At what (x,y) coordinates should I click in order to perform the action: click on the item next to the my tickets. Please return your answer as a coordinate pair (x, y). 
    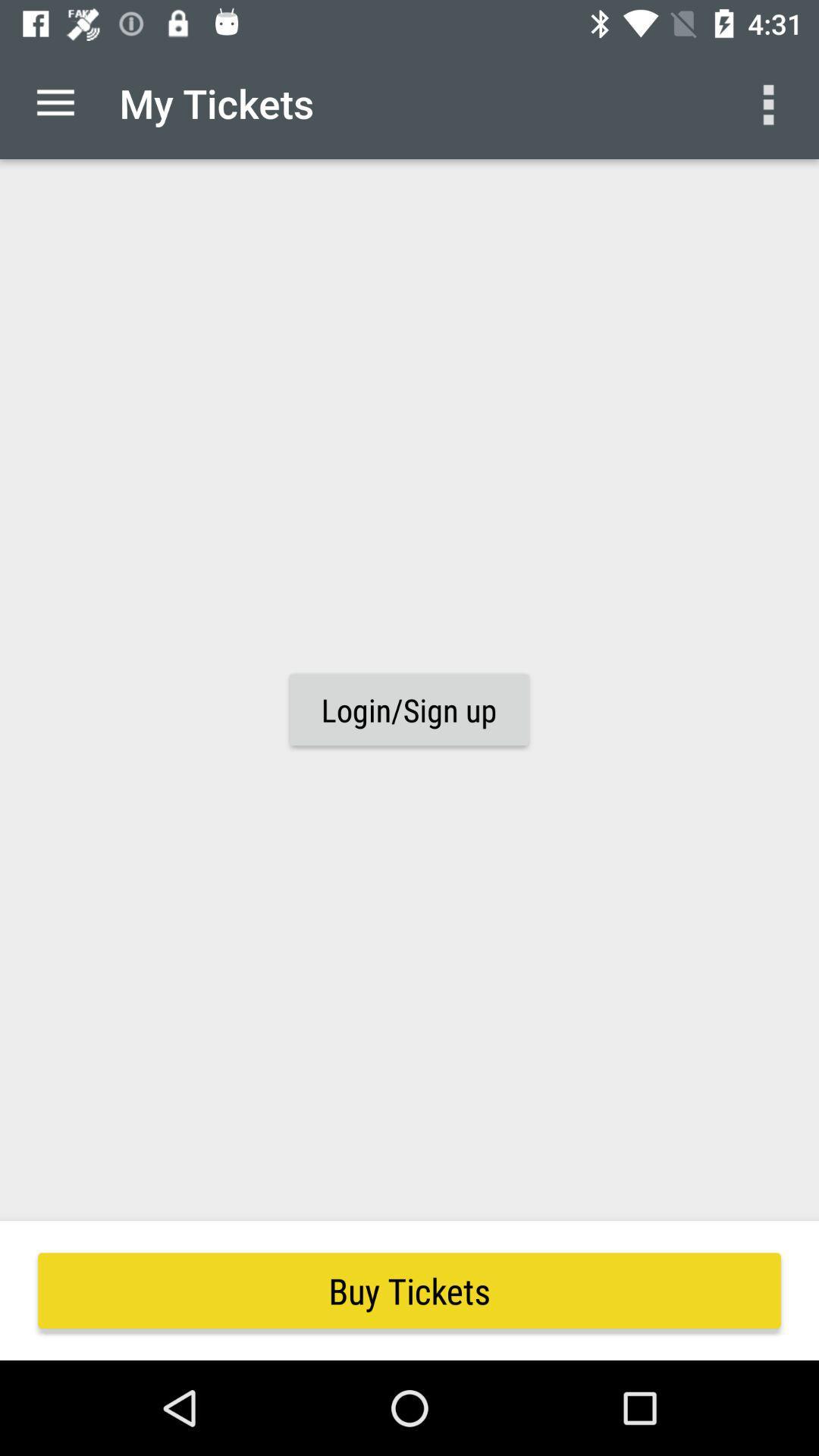
    Looking at the image, I should click on (771, 102).